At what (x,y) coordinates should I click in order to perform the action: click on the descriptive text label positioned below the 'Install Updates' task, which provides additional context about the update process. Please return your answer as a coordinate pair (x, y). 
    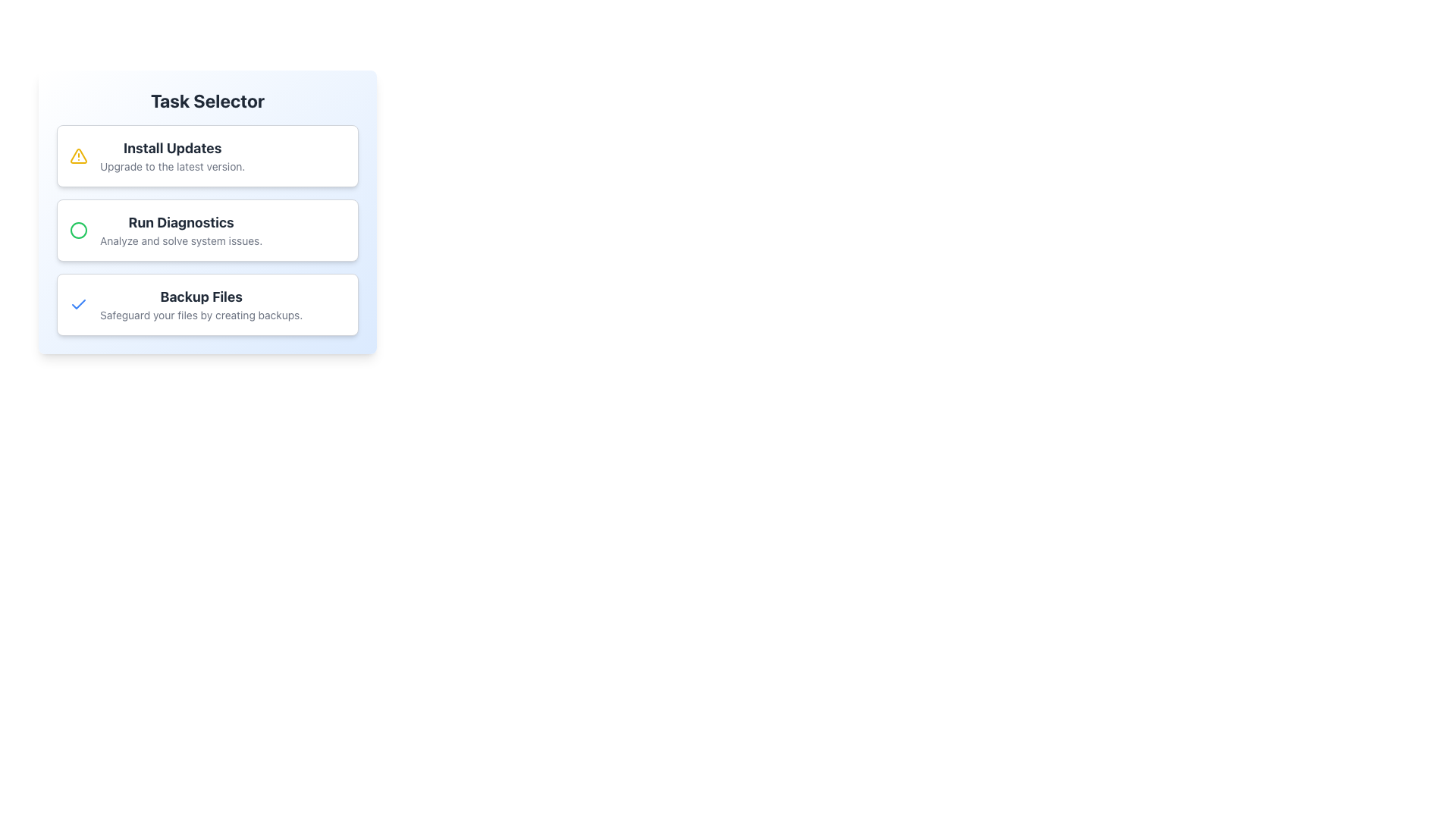
    Looking at the image, I should click on (172, 166).